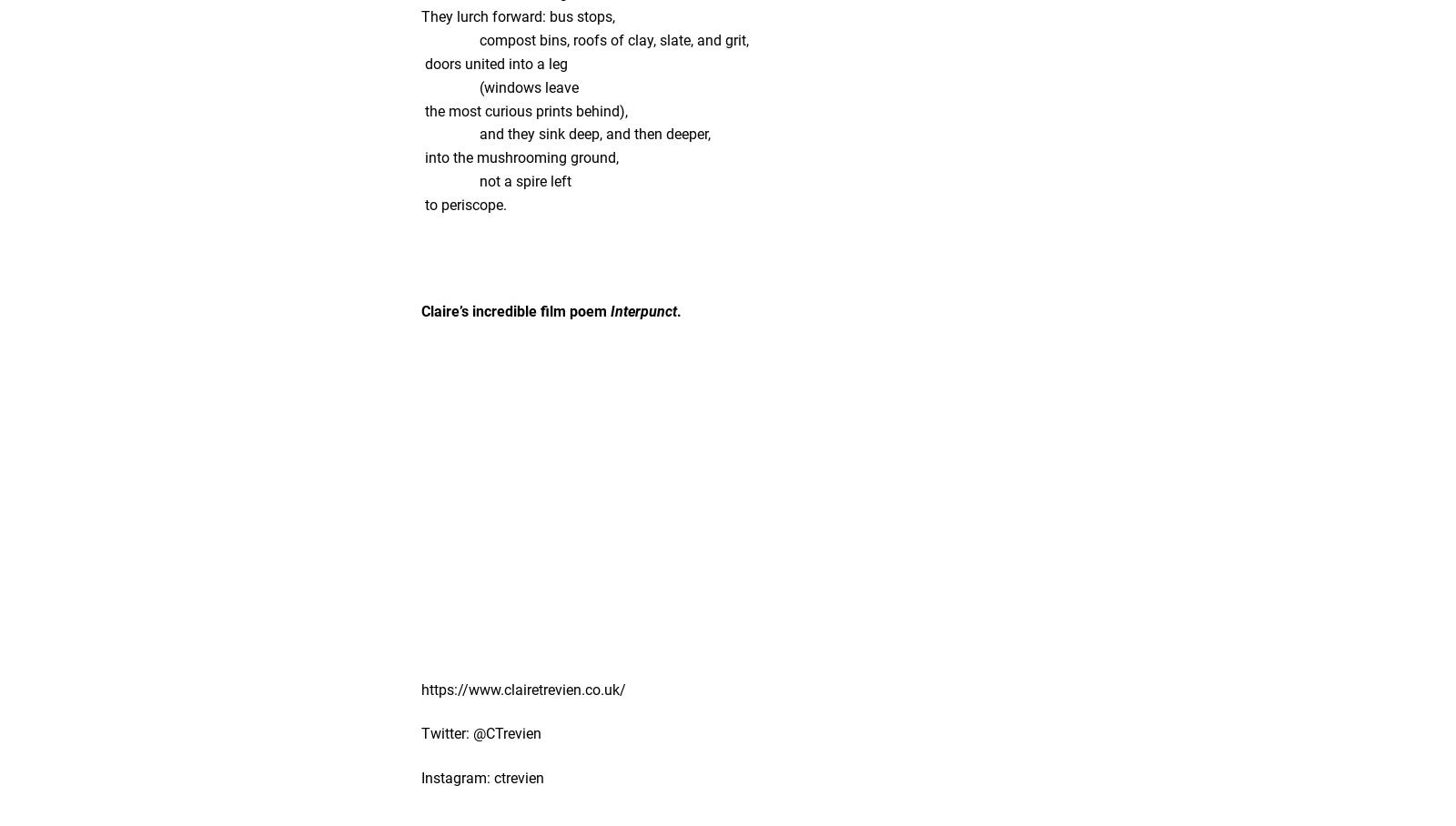  What do you see at coordinates (420, 776) in the screenshot?
I see `'Instagram: ctrevien'` at bounding box center [420, 776].